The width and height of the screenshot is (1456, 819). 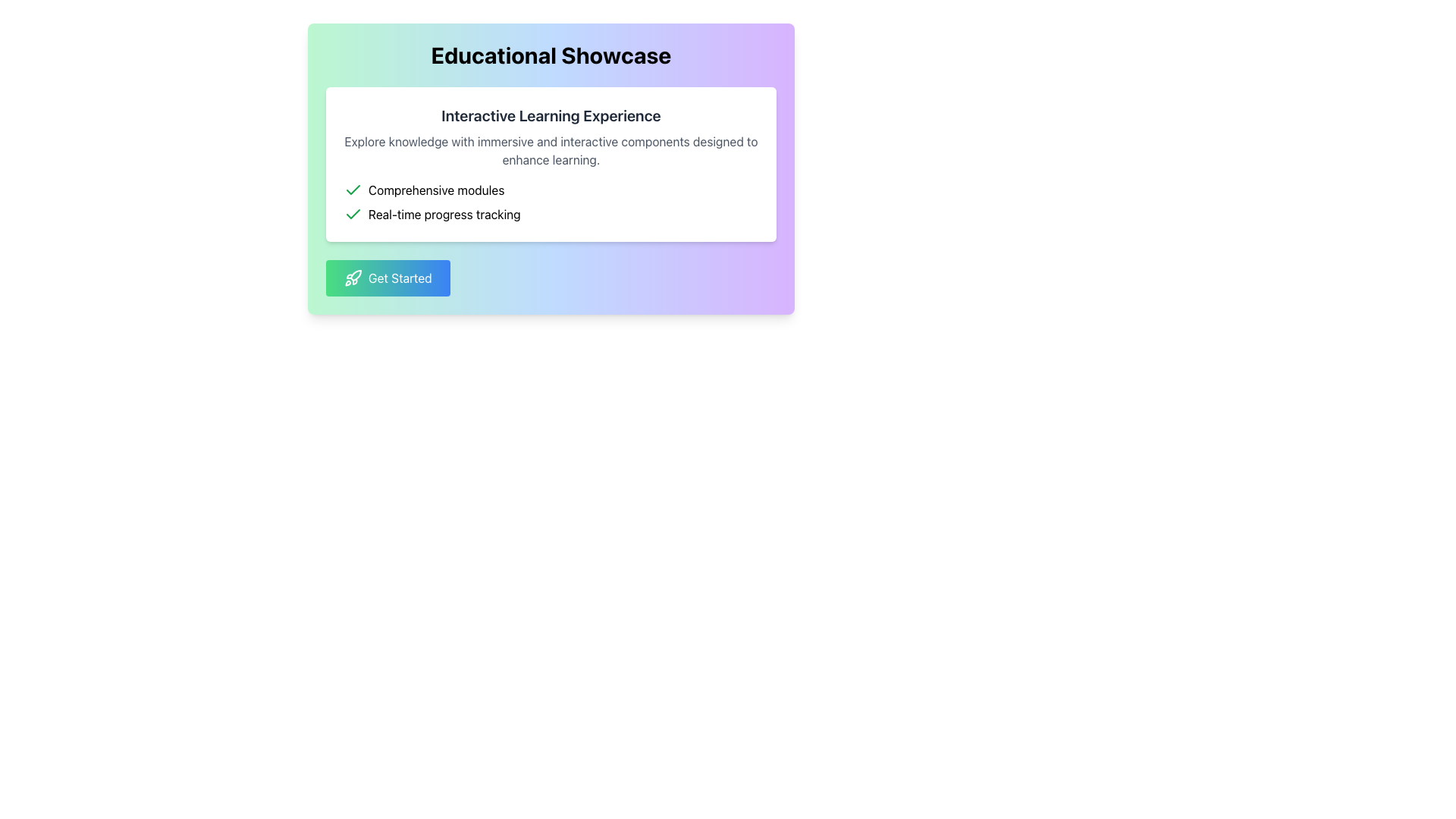 What do you see at coordinates (550, 115) in the screenshot?
I see `the Text Label located at the top of the white card, which summarizes the section below` at bounding box center [550, 115].